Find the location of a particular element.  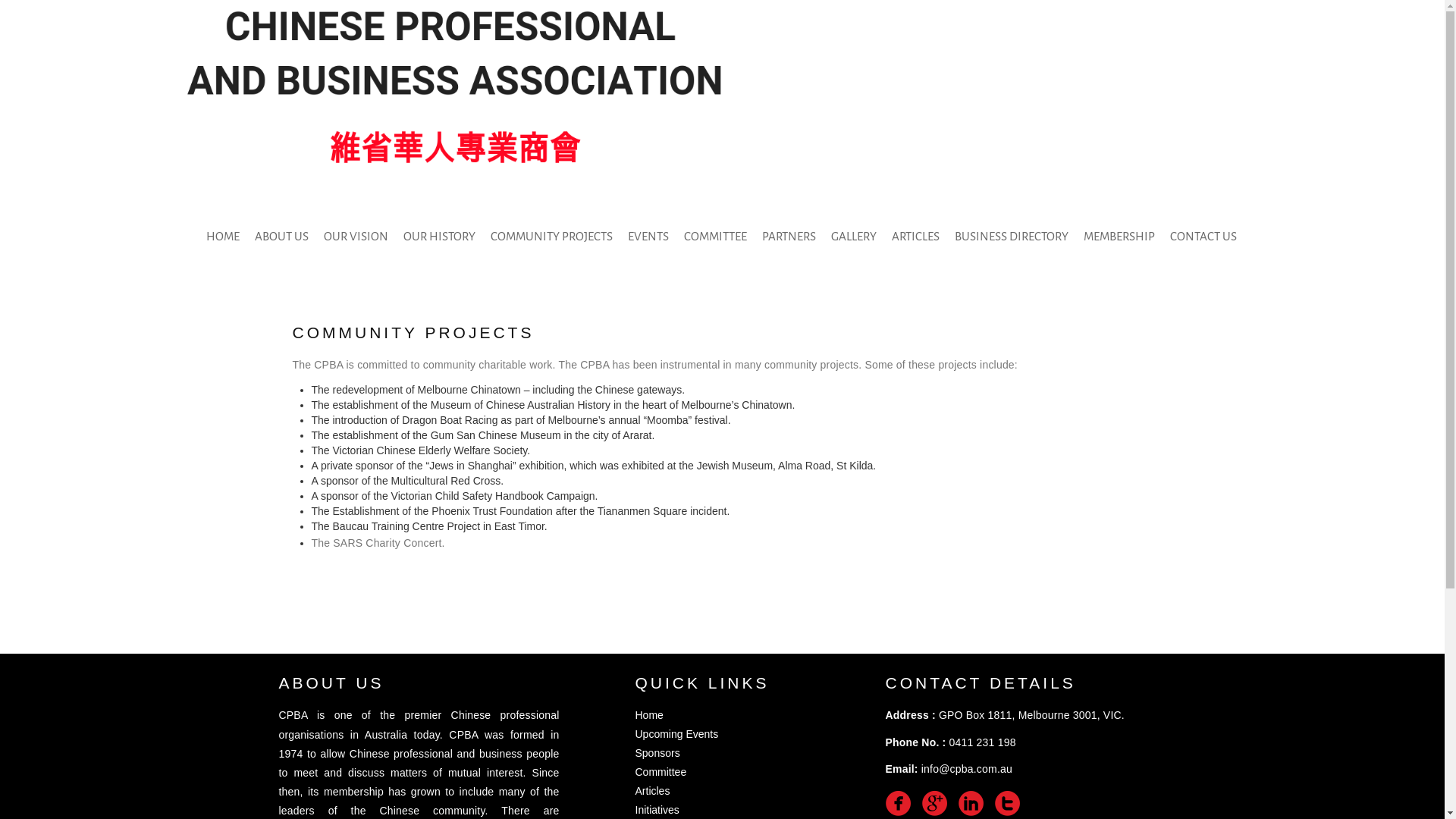

'Sponsors' is located at coordinates (635, 752).